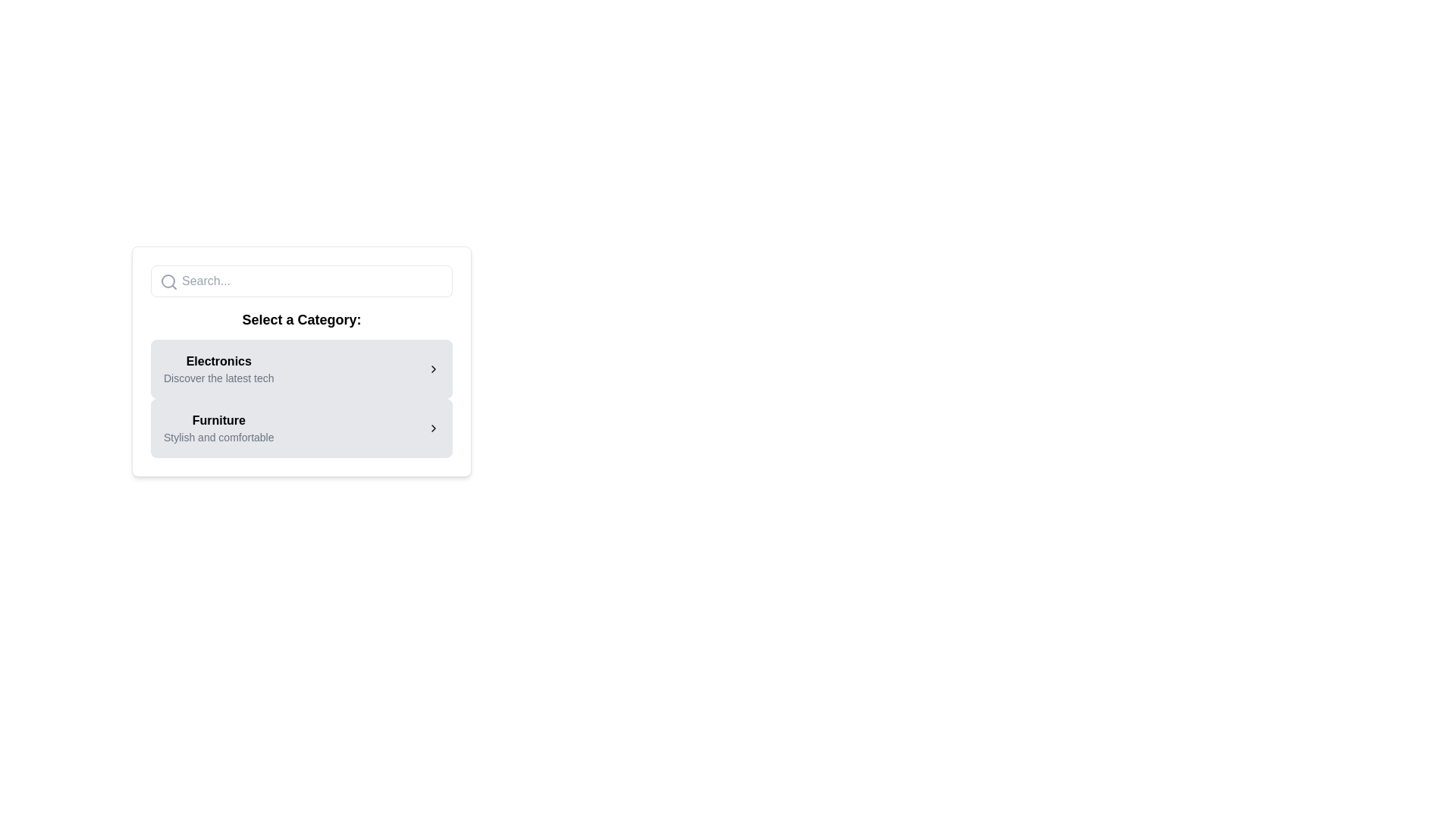  Describe the element at coordinates (218, 428) in the screenshot. I see `the Text label displaying the heading 'Furniture' and subheading 'Stylish and comfortable'` at that location.